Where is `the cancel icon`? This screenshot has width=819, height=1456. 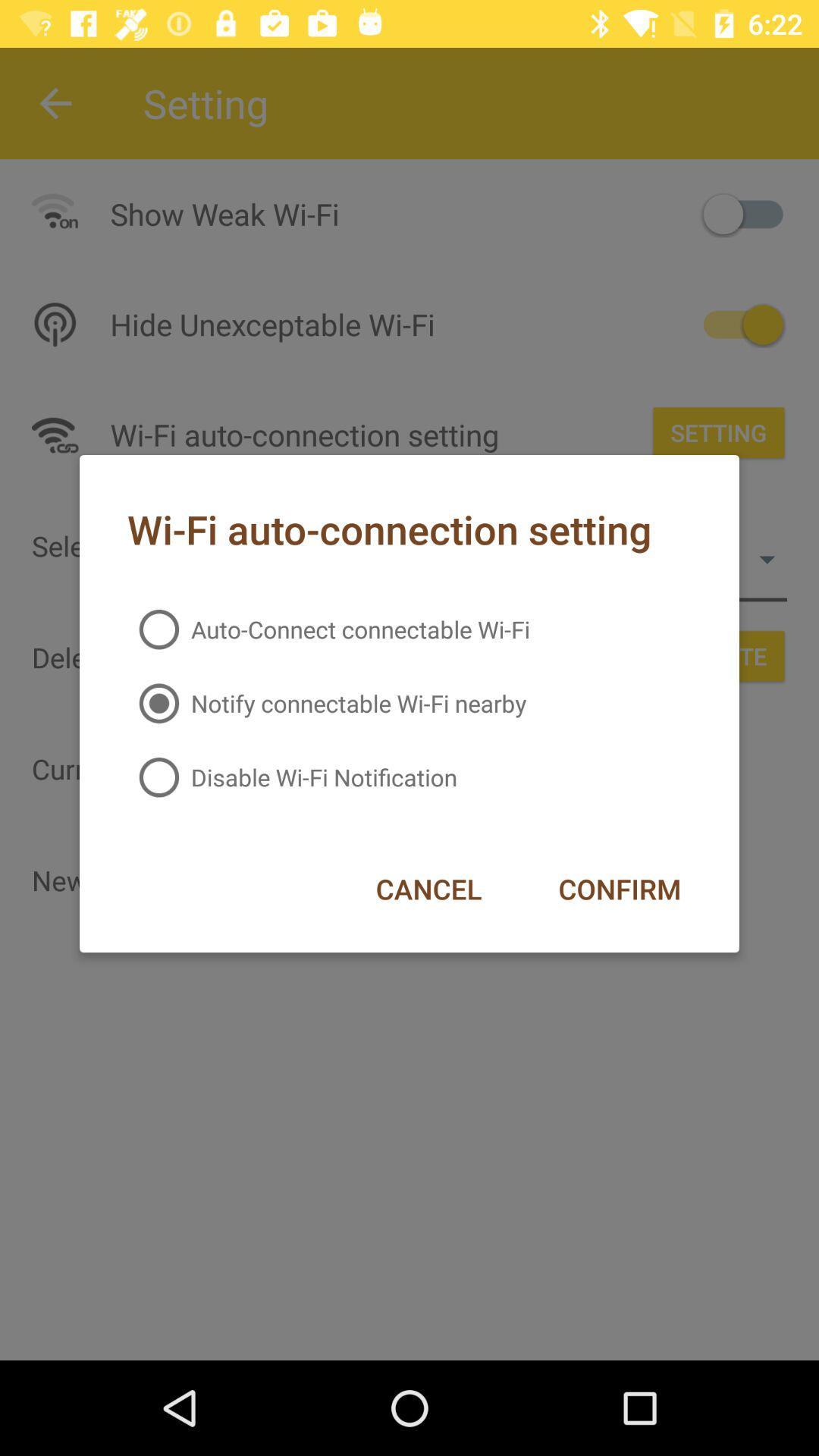
the cancel icon is located at coordinates (428, 889).